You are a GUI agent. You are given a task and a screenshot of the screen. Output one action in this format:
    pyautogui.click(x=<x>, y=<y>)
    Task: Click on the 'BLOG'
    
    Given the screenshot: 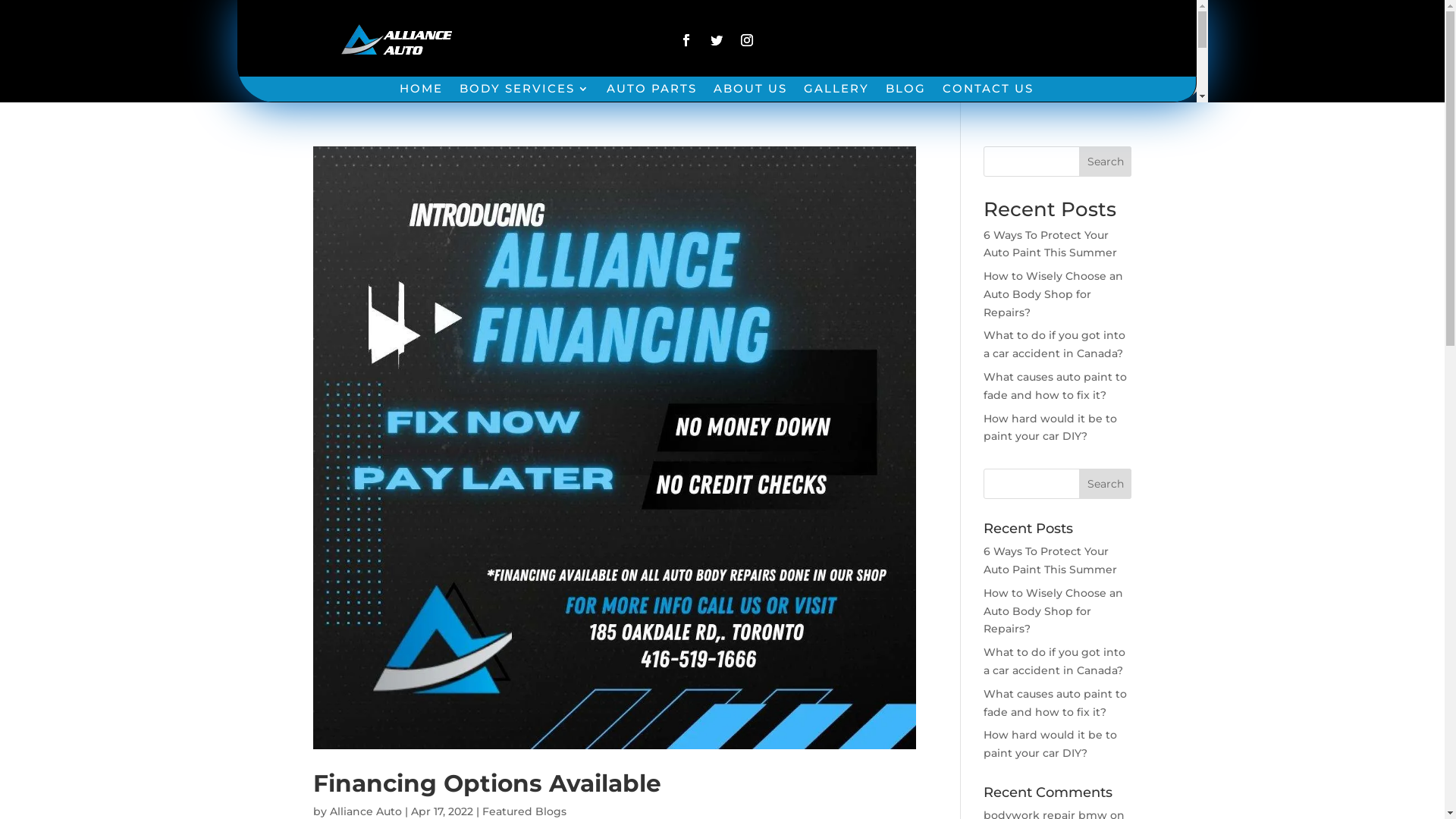 What is the action you would take?
    pyautogui.click(x=885, y=92)
    